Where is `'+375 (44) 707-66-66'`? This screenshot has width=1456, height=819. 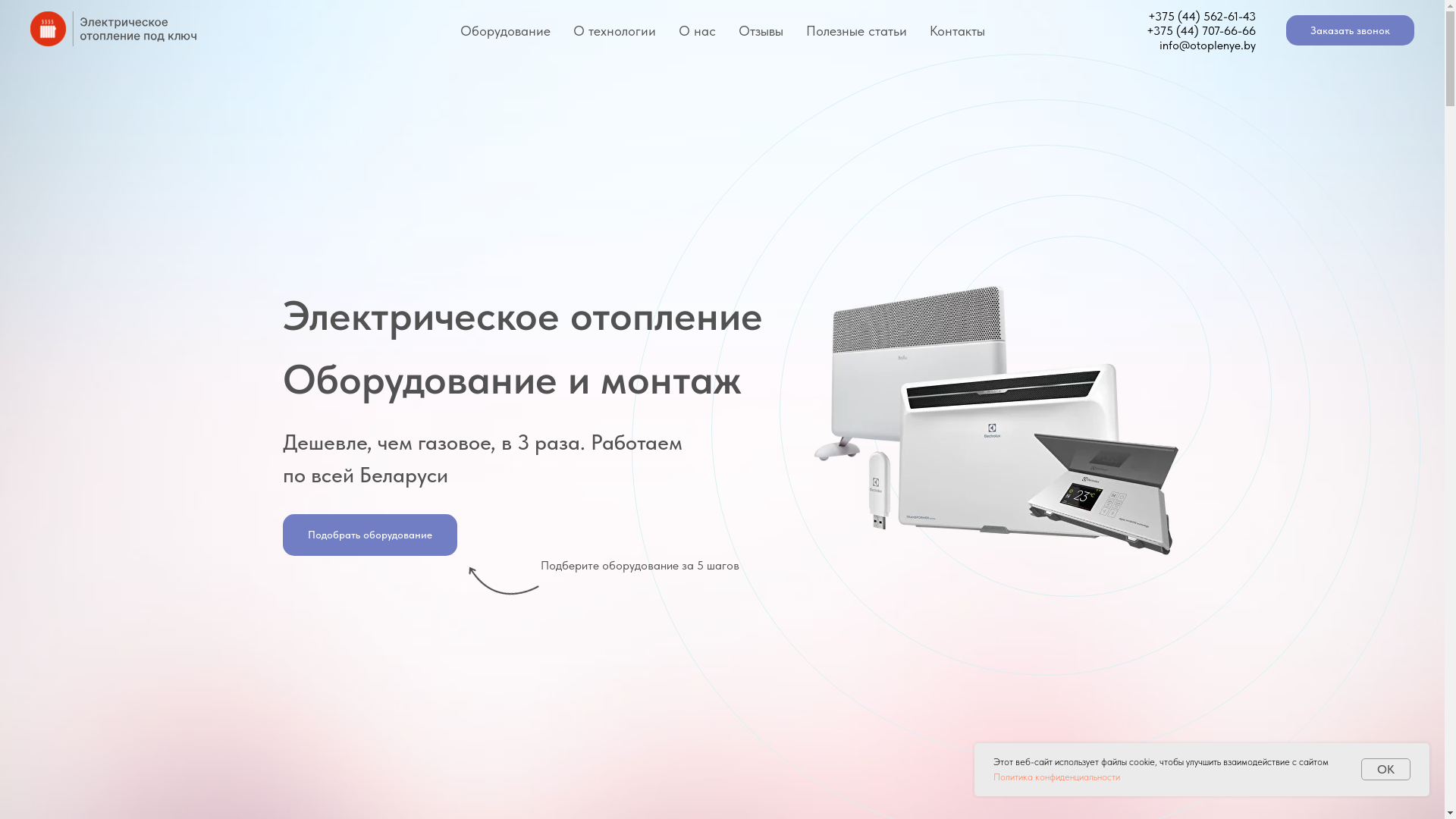 '+375 (44) 707-66-66' is located at coordinates (1200, 30).